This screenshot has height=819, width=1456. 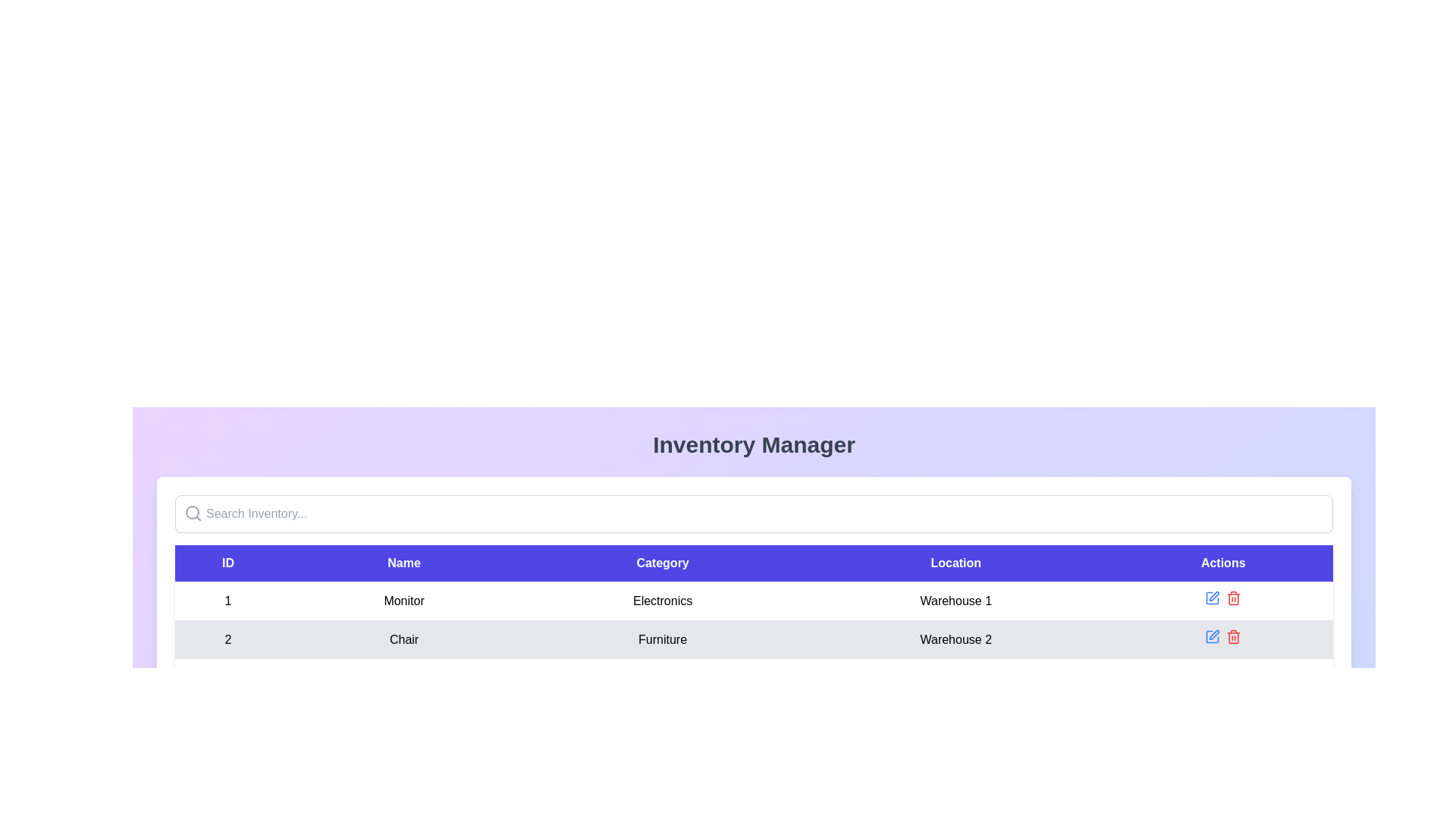 What do you see at coordinates (403, 600) in the screenshot?
I see `the label representing the name of a listed item in the first data row of the table under the 'Name' column` at bounding box center [403, 600].